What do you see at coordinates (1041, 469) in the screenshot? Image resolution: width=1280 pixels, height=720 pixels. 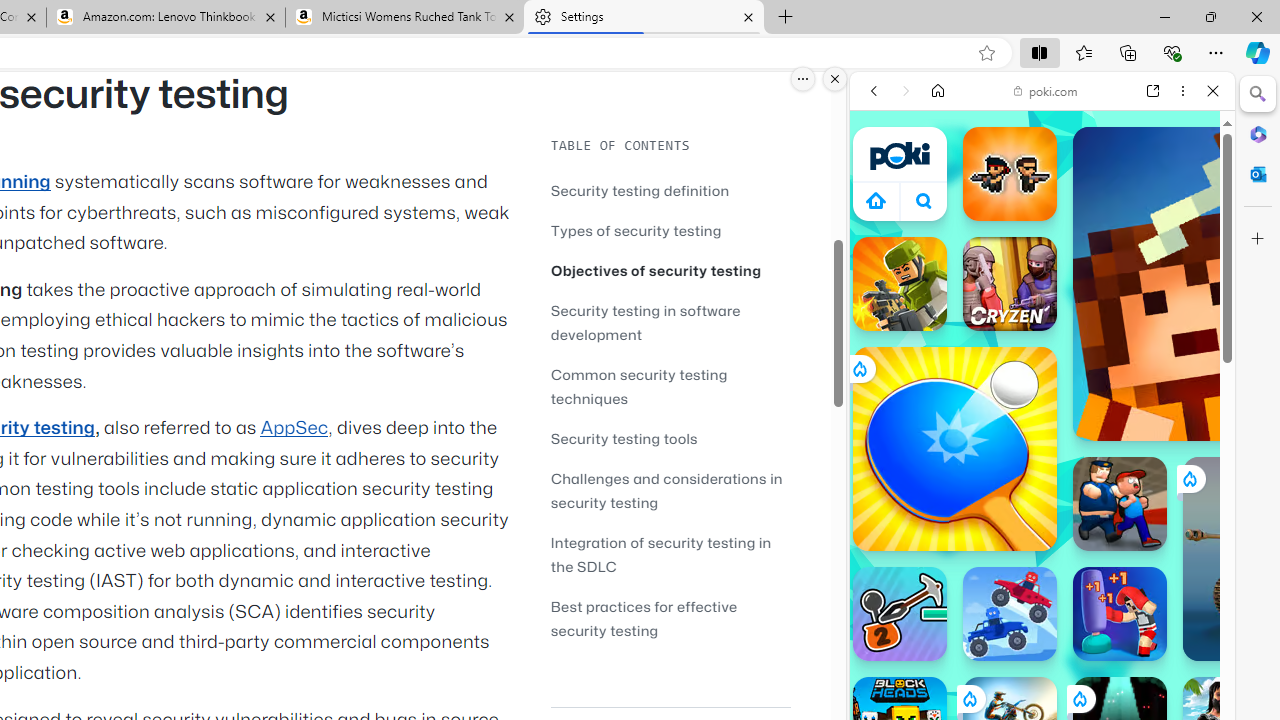 I see `'Car Games'` at bounding box center [1041, 469].